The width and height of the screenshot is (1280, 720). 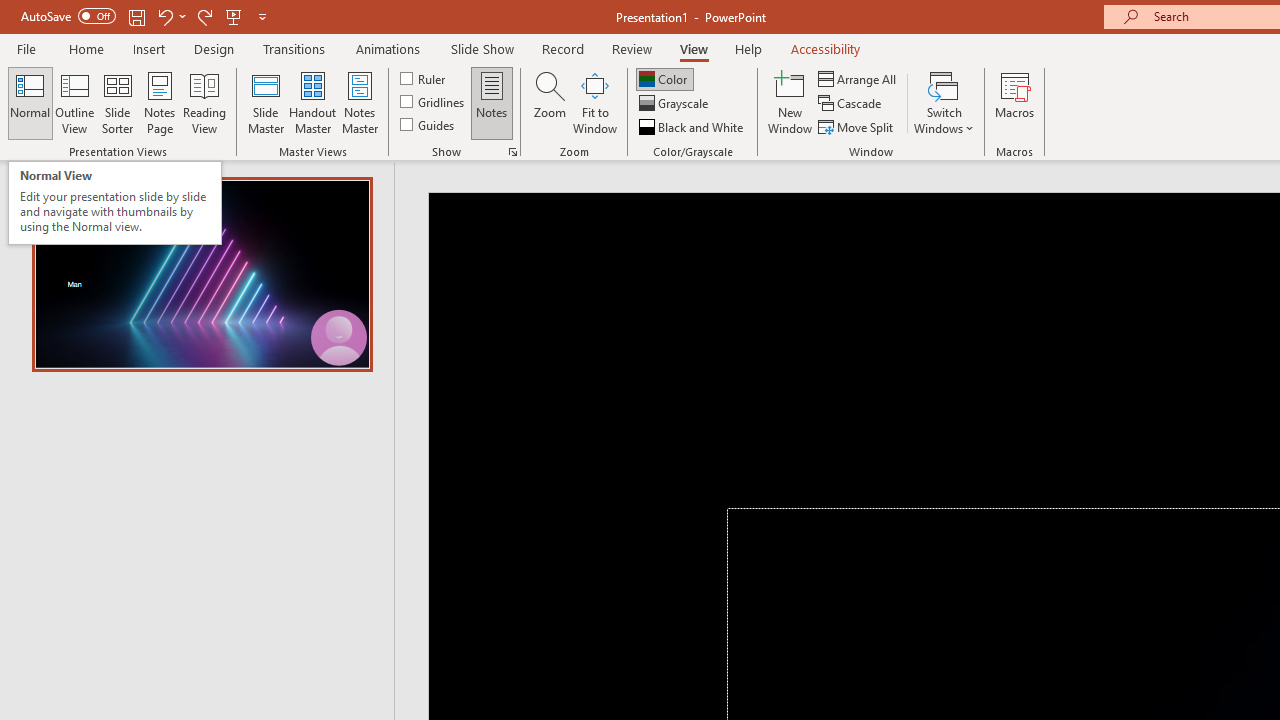 I want to click on 'Switch Windows', so click(x=943, y=103).